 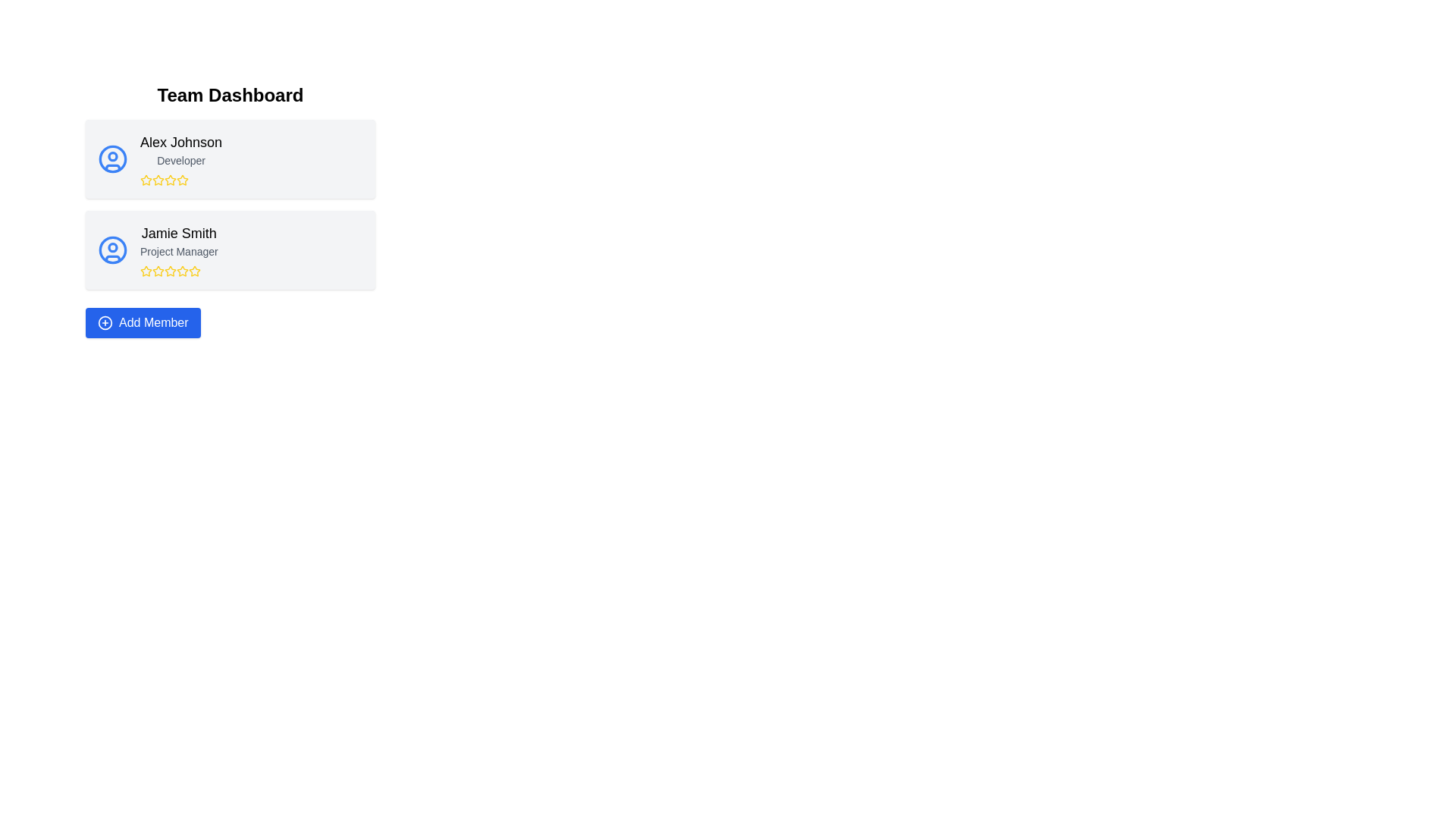 I want to click on the Profile Card of 'Jamie Smith', so click(x=229, y=249).